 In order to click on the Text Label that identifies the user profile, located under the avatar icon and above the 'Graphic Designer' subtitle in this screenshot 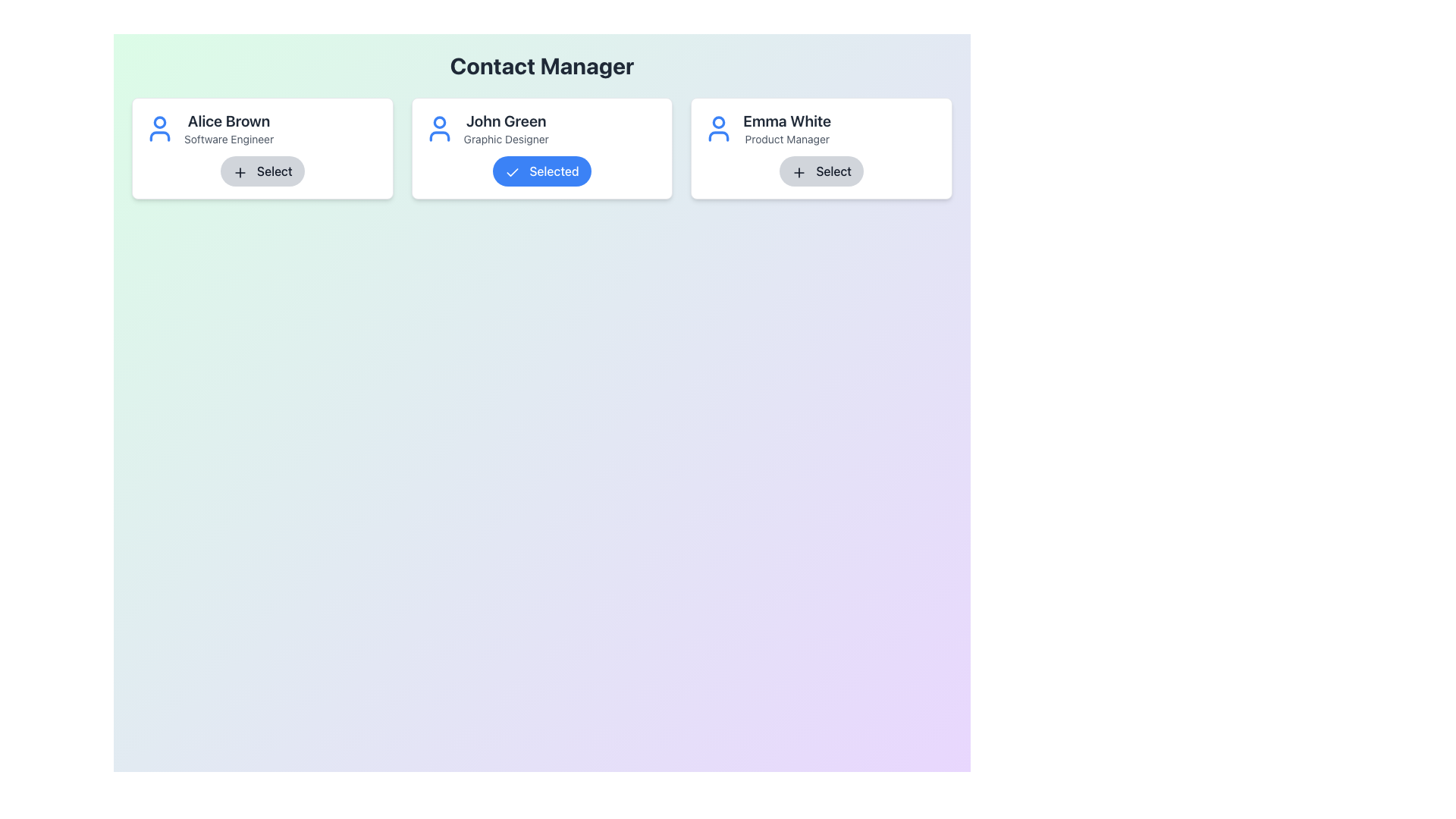, I will do `click(506, 120)`.